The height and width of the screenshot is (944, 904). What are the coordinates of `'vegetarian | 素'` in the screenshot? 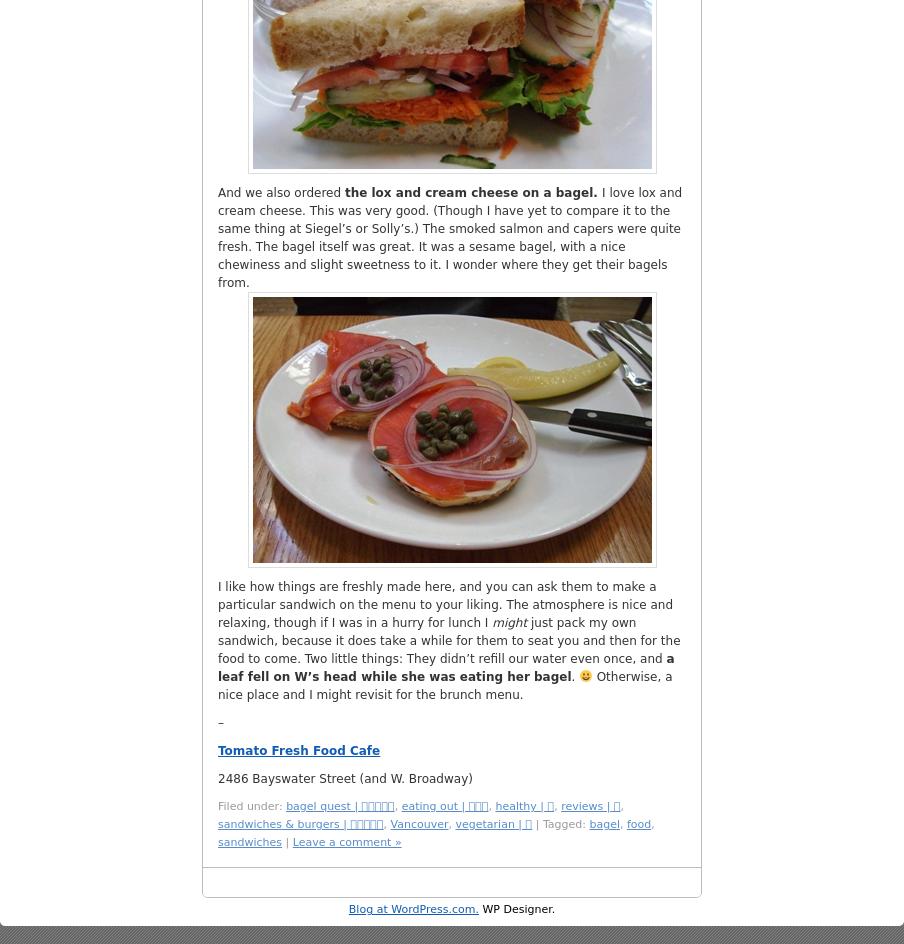 It's located at (453, 823).